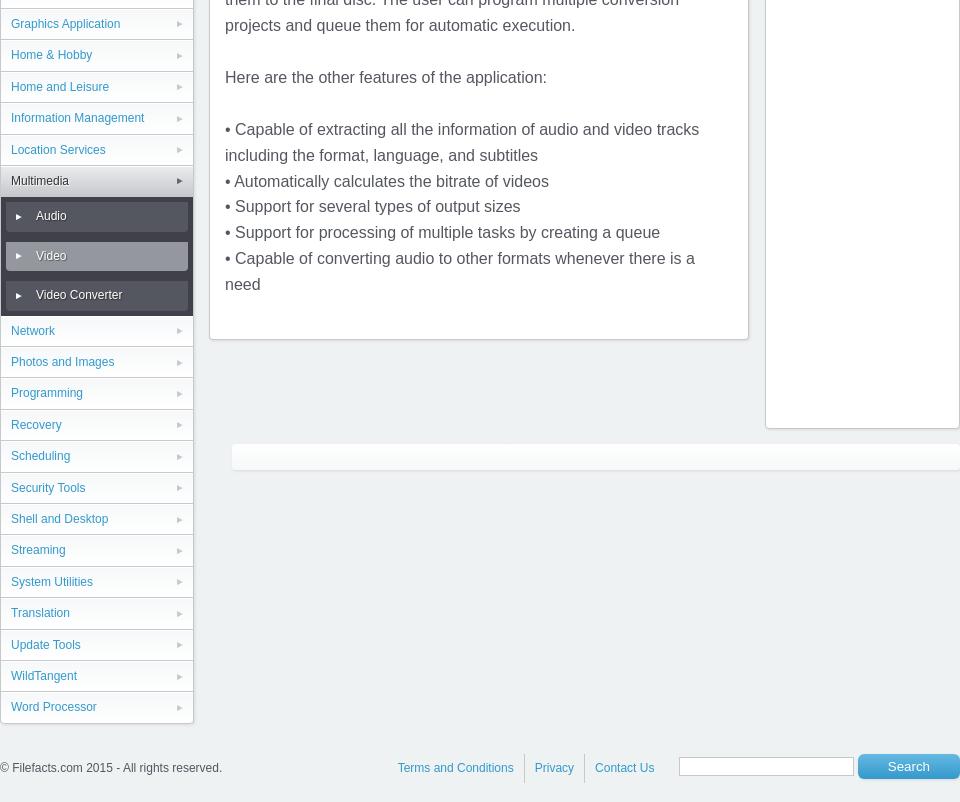  What do you see at coordinates (62, 361) in the screenshot?
I see `'Photos and Images'` at bounding box center [62, 361].